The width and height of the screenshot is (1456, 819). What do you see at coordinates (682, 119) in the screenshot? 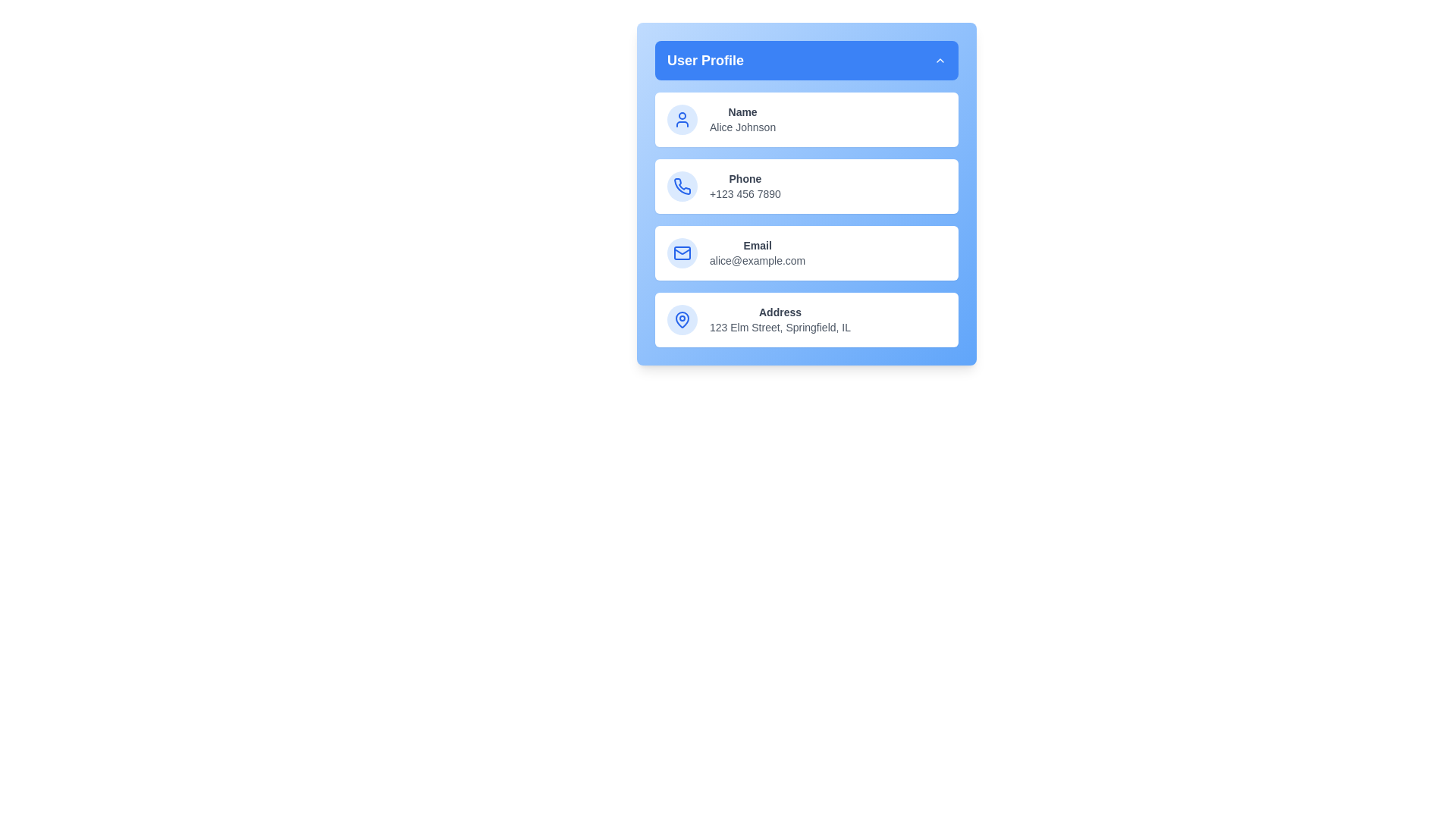
I see `the user silhouette icon on the profile card located in the top-left area, next to the text 'Name' and 'Alice Johnson'` at bounding box center [682, 119].